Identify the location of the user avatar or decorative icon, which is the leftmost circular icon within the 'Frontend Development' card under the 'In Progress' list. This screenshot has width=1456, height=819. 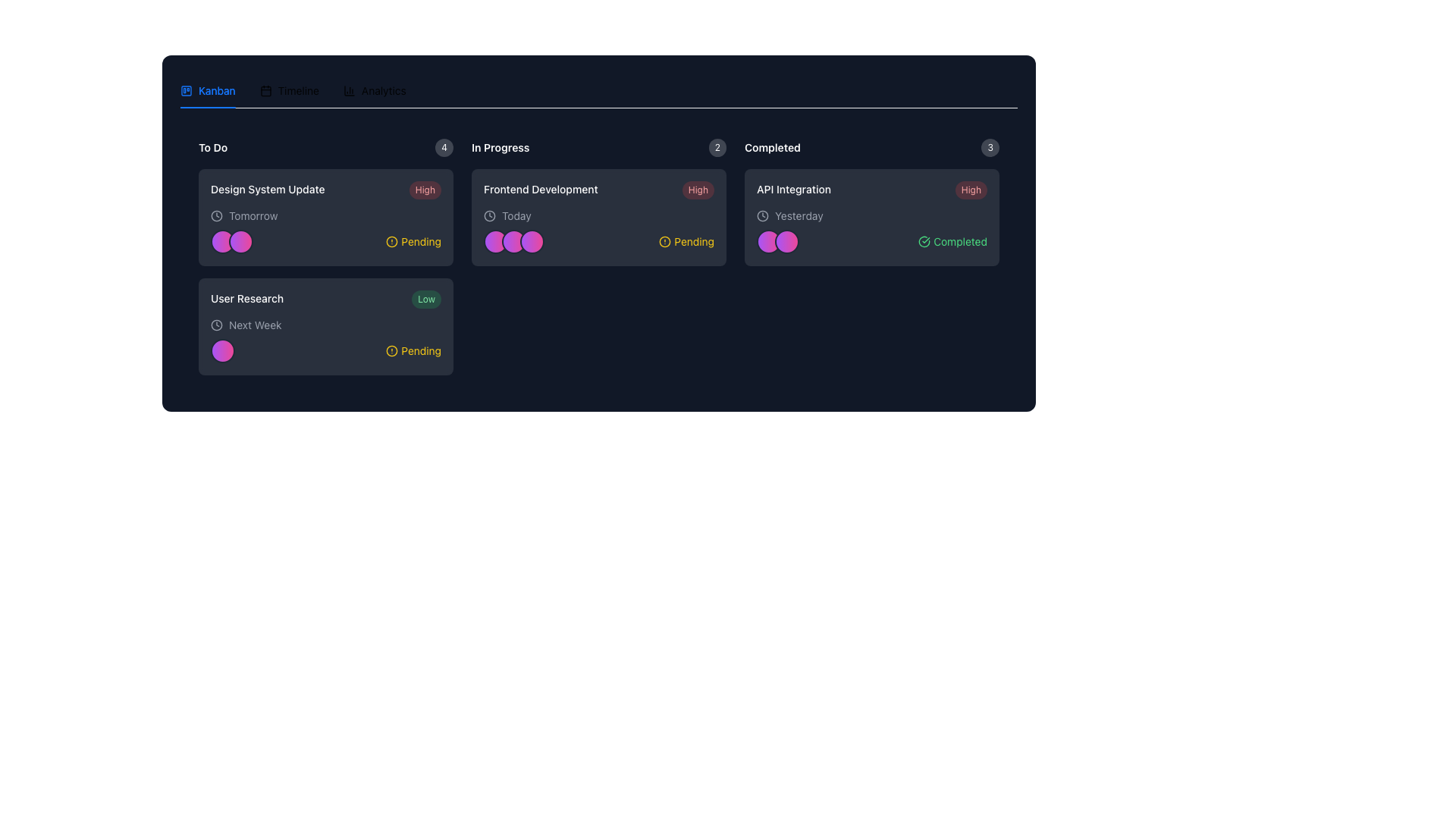
(495, 241).